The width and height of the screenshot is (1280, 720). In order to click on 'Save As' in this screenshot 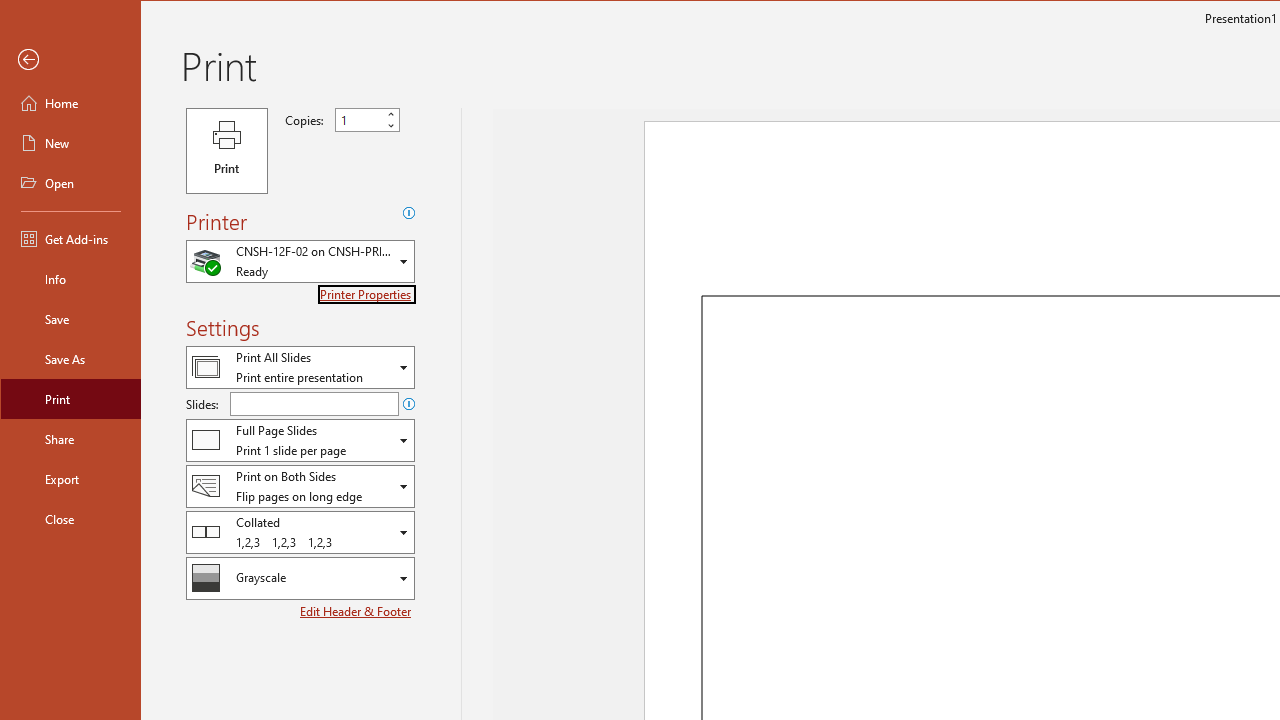, I will do `click(71, 357)`.